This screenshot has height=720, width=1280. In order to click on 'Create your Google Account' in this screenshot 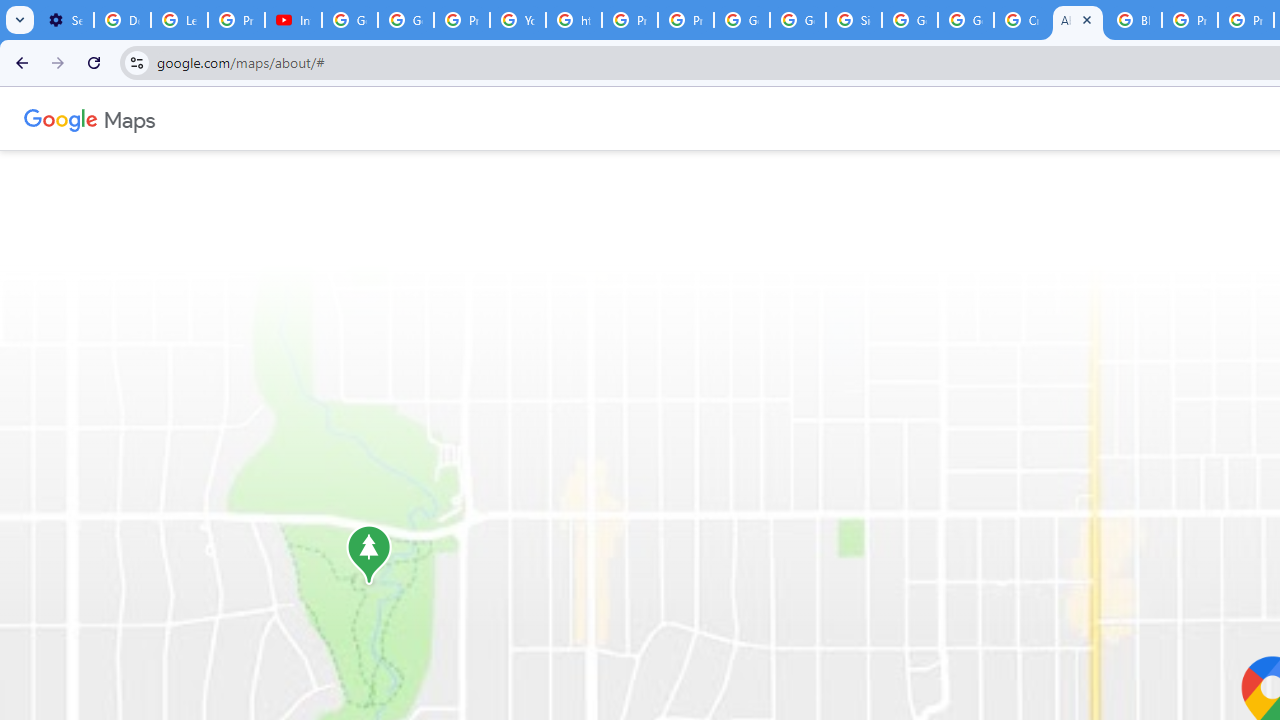, I will do `click(1022, 20)`.